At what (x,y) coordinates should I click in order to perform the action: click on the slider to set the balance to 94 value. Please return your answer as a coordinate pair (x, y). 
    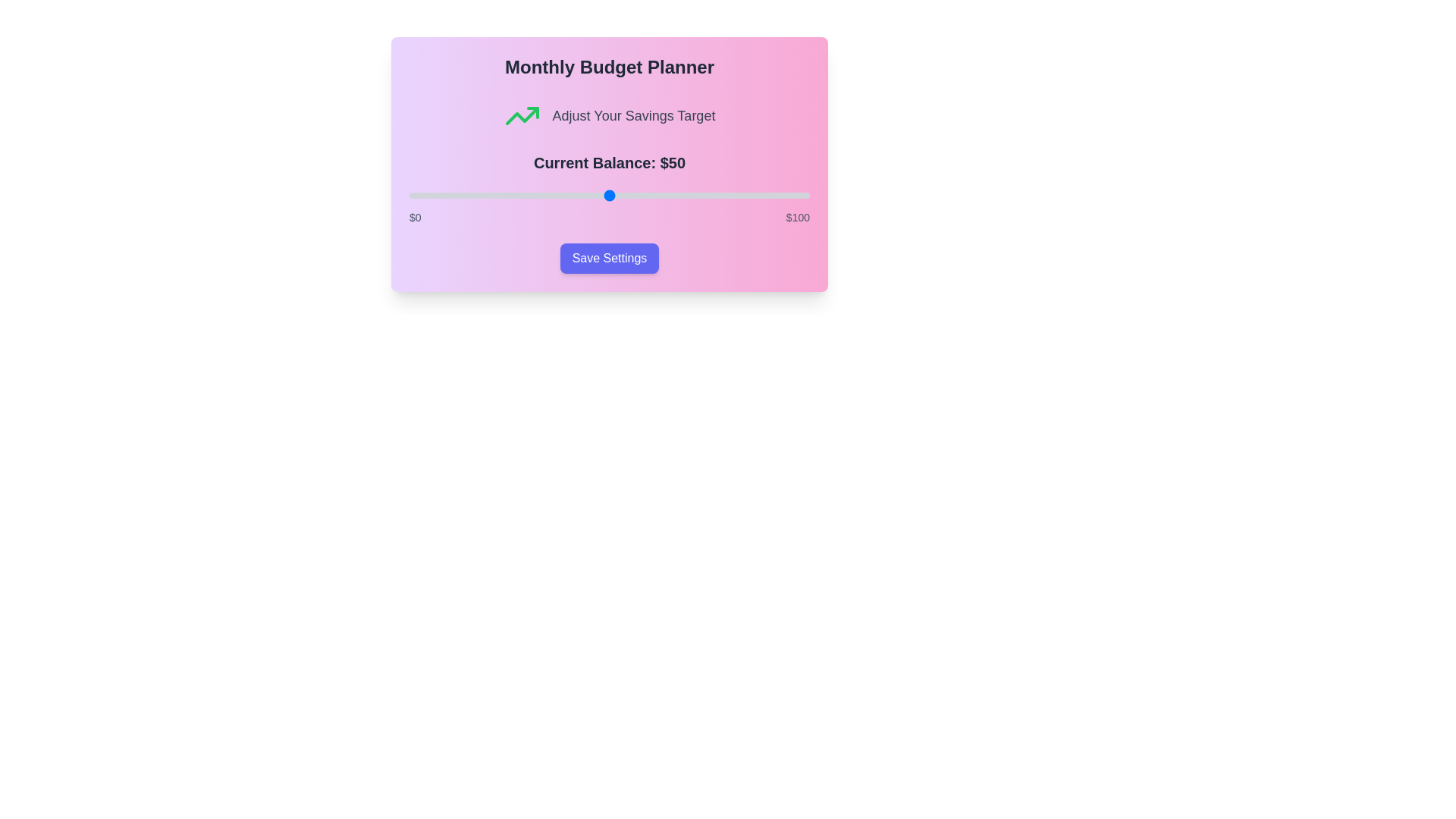
    Looking at the image, I should click on (786, 195).